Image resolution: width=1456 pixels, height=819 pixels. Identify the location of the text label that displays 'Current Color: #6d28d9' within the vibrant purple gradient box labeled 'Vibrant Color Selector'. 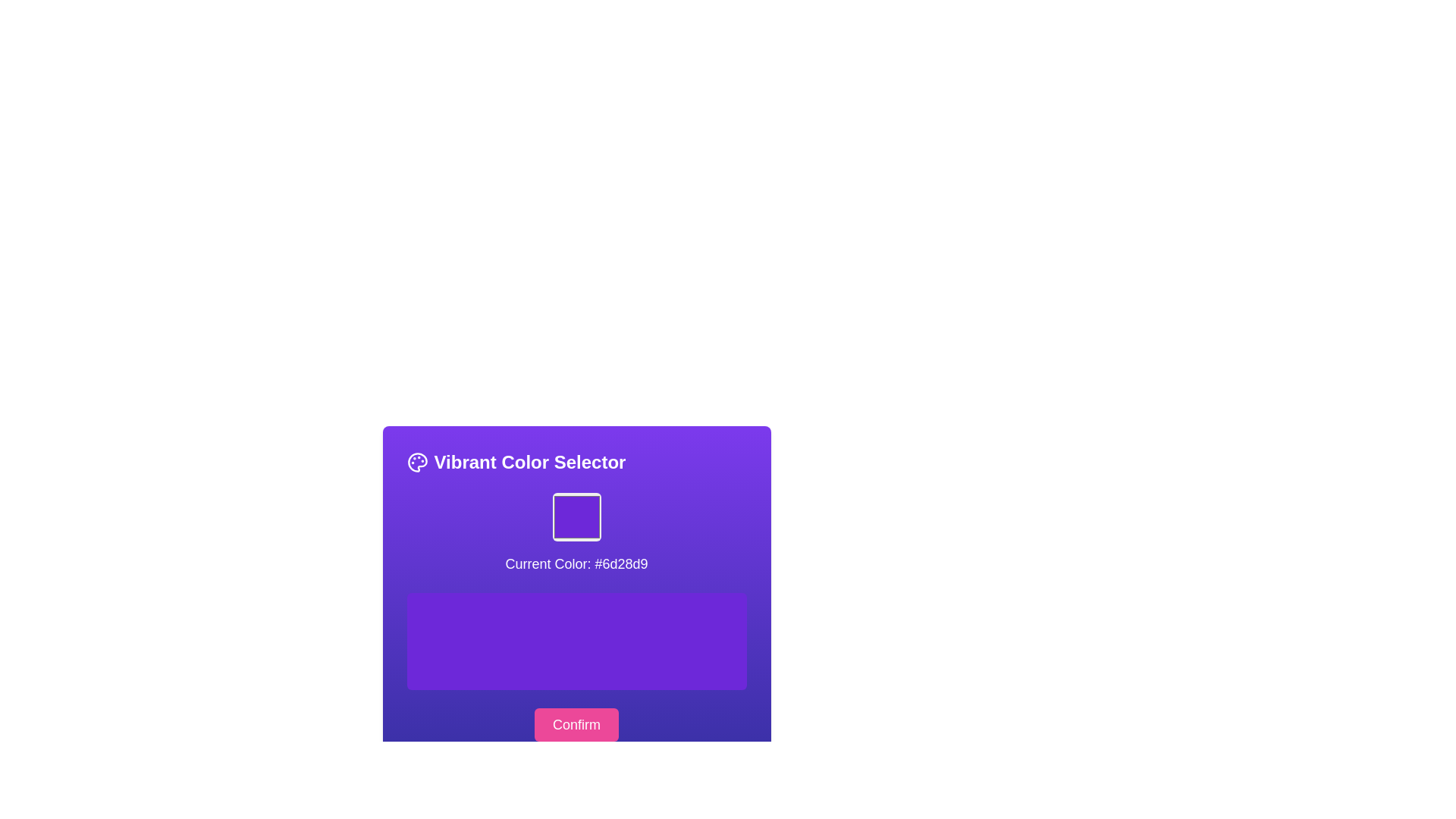
(576, 575).